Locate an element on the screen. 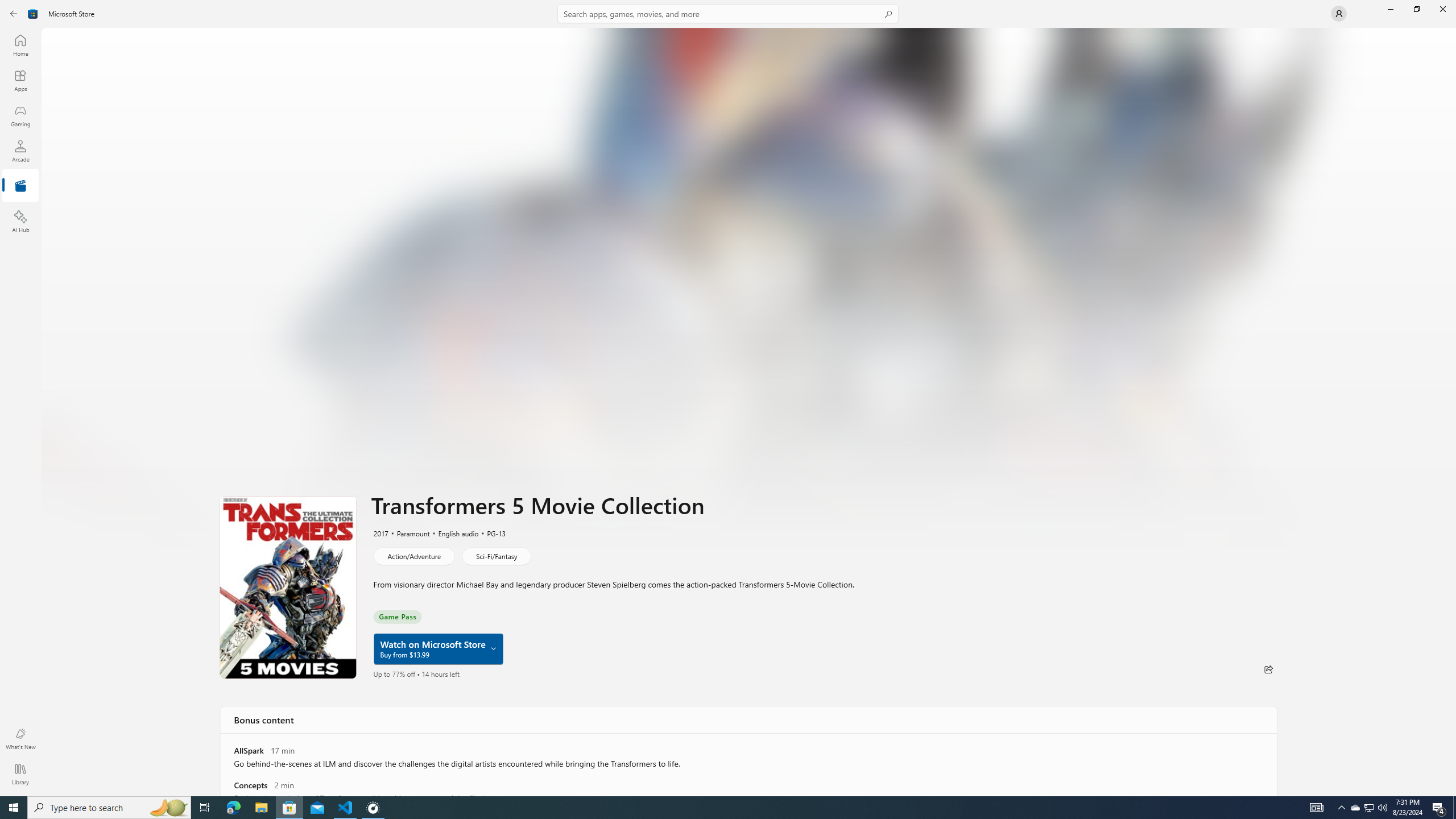  'Share' is located at coordinates (1268, 668).